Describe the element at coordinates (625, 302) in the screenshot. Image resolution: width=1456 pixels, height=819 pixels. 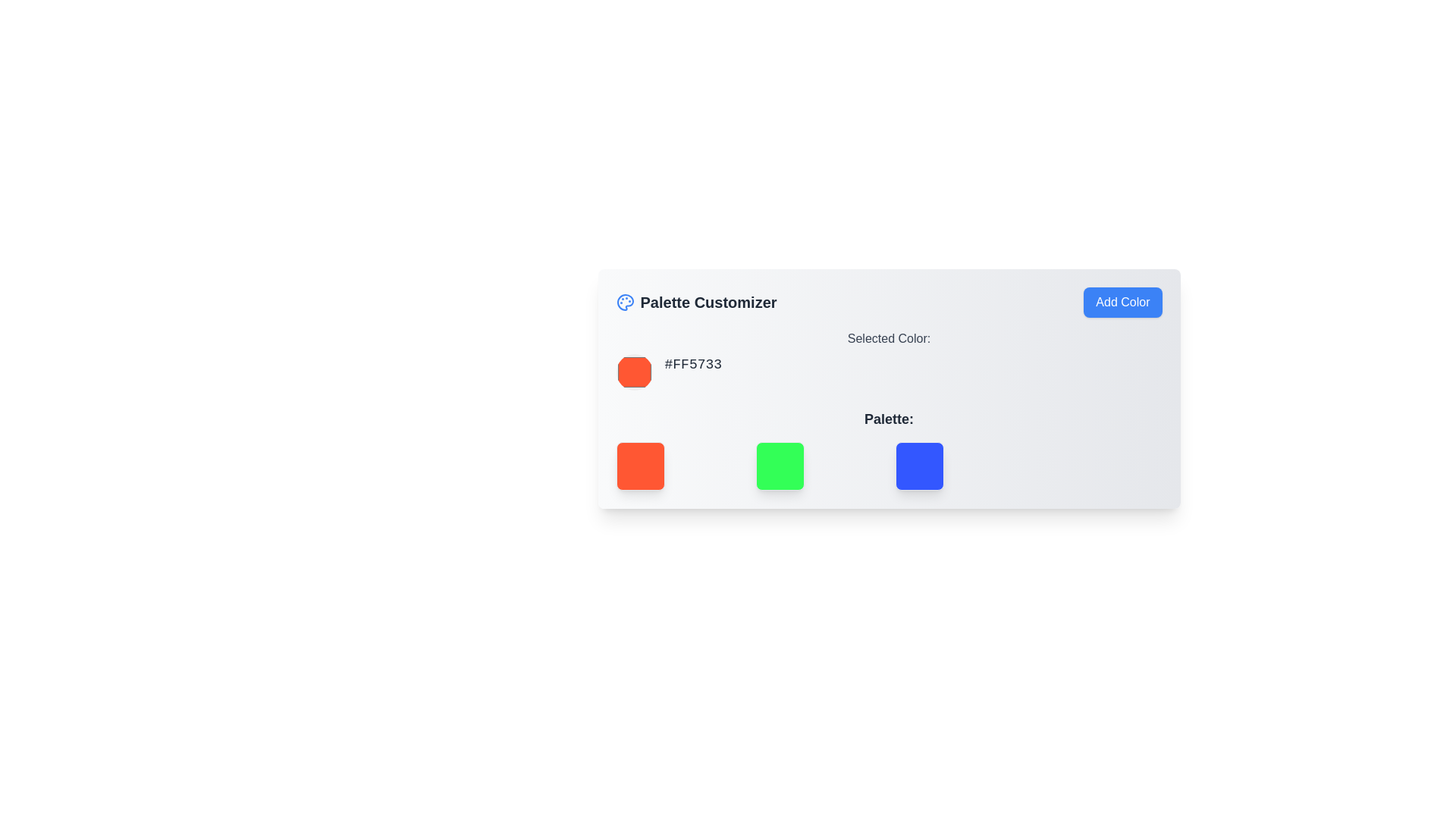
I see `the circular blue palette icon with small circular dots, which is positioned to the left of the 'Palette Customizer' text` at that location.